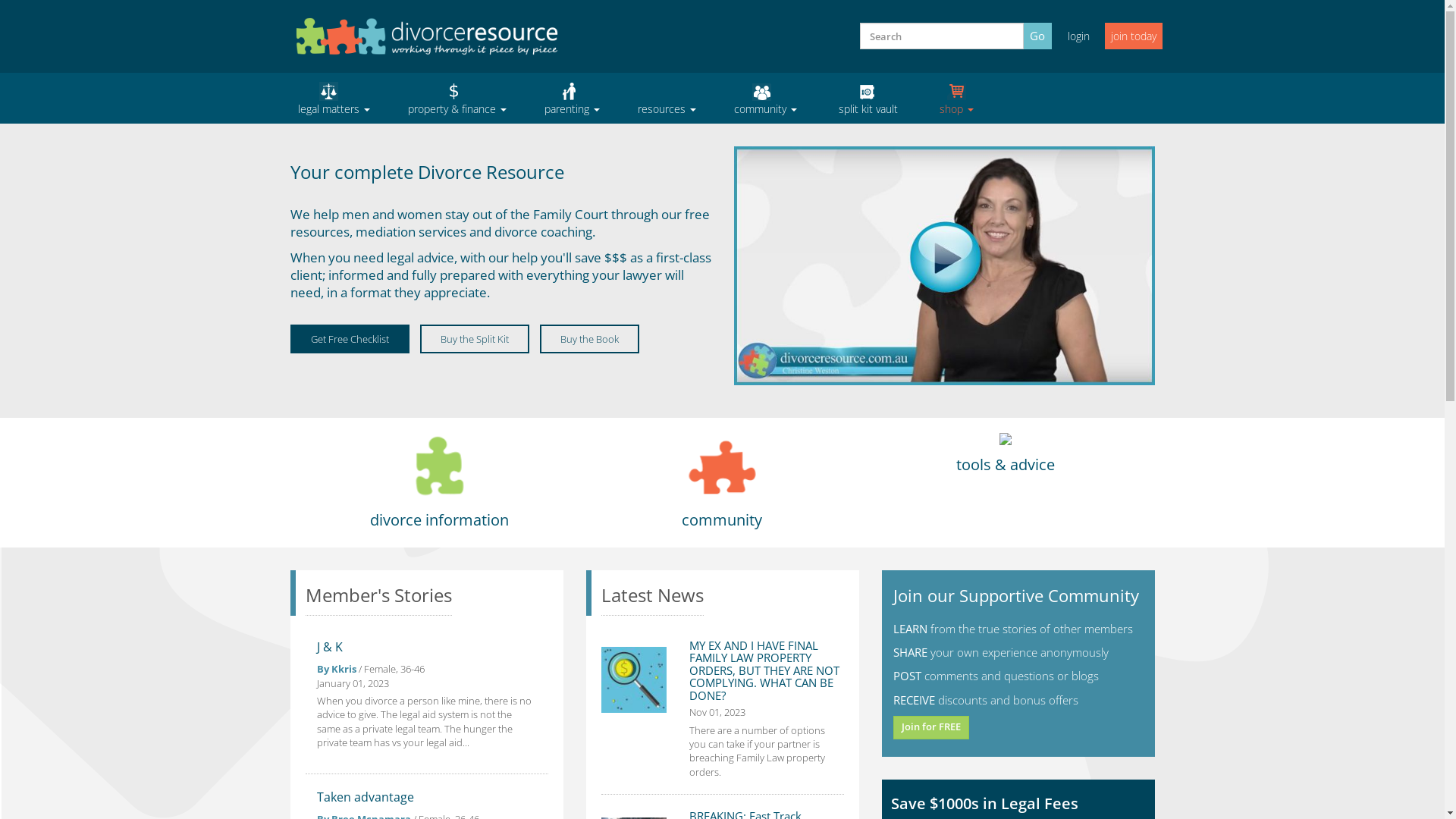  Describe the element at coordinates (713, 98) in the screenshot. I see `'community'` at that location.